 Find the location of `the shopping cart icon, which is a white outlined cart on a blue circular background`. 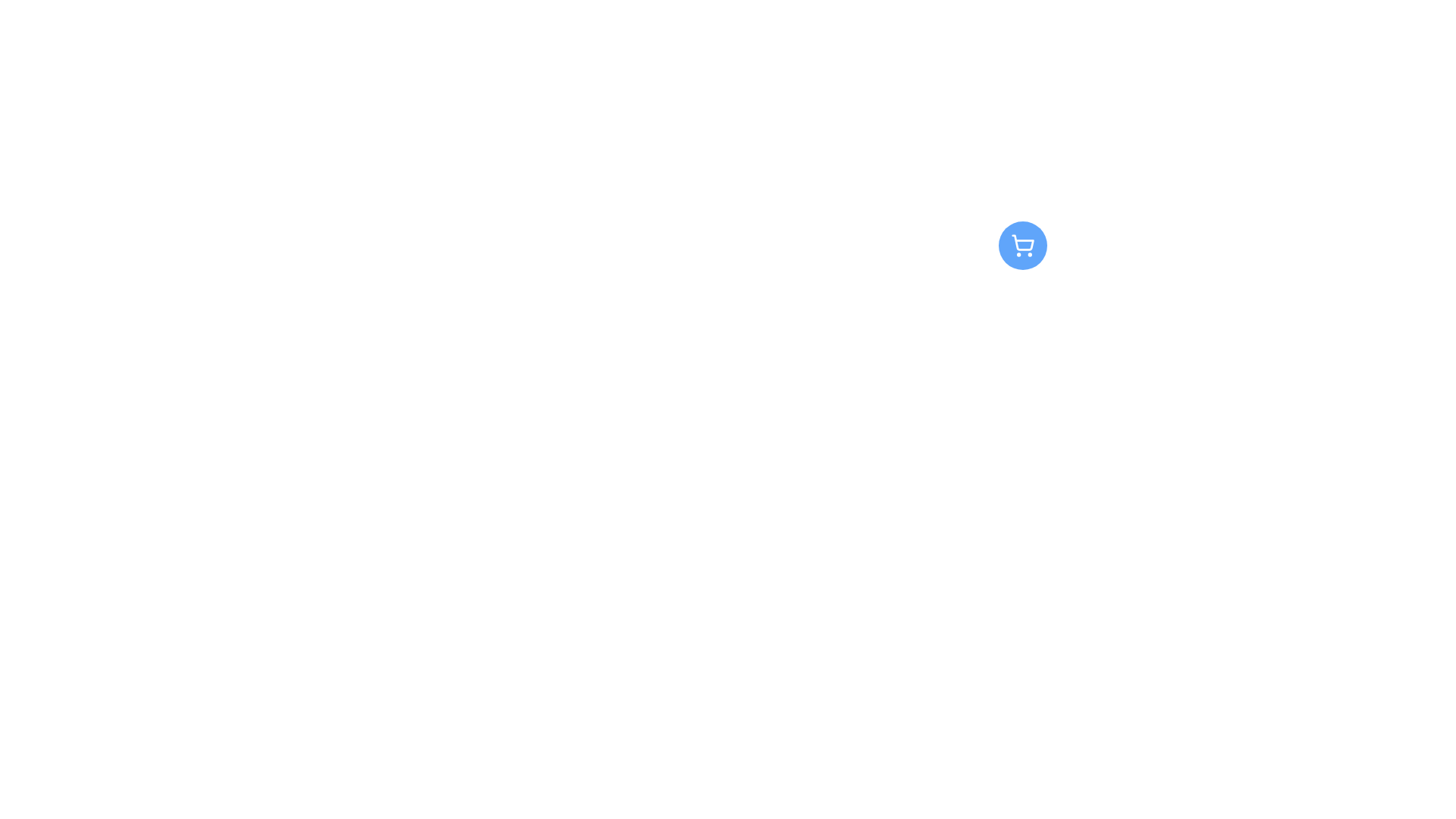

the shopping cart icon, which is a white outlined cart on a blue circular background is located at coordinates (1022, 245).